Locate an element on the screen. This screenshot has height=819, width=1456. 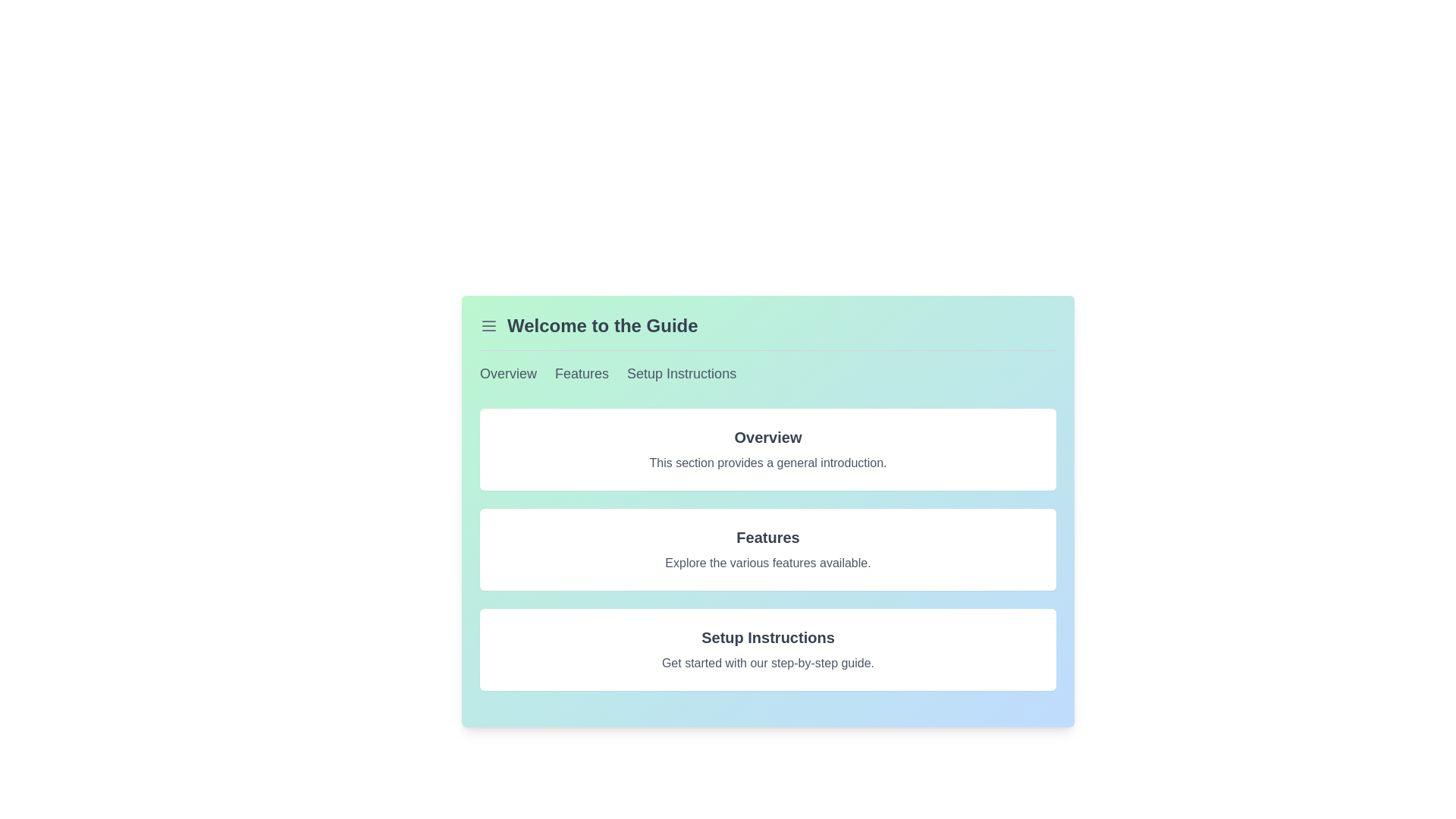
the 'Overview' text link in the horizontal navigation bar is located at coordinates (508, 374).